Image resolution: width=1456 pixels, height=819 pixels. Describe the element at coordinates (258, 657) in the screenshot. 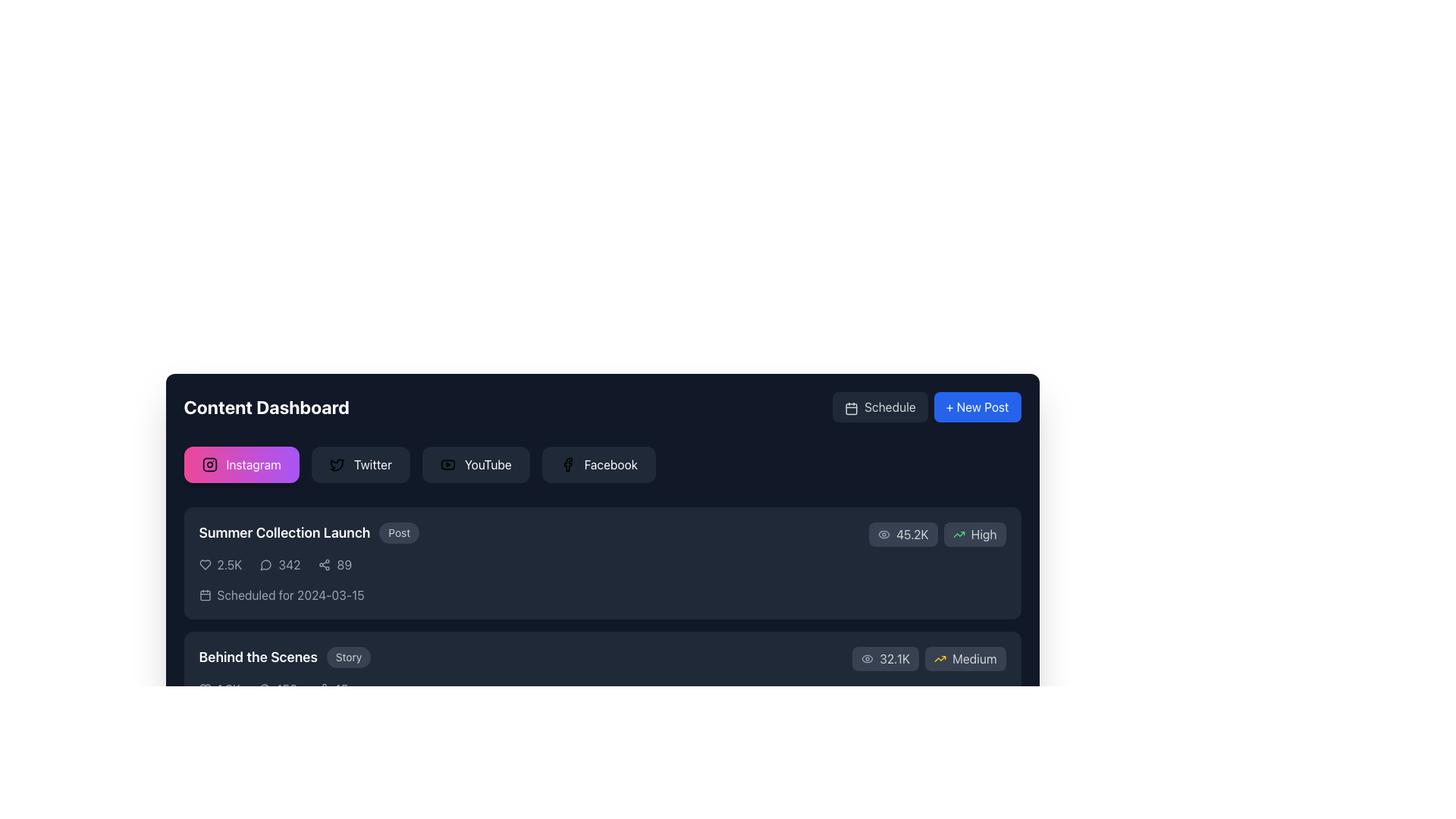

I see `descriptive title text located near the bottom left of the layout, positioned to the left of the smaller text label 'Story'` at that location.